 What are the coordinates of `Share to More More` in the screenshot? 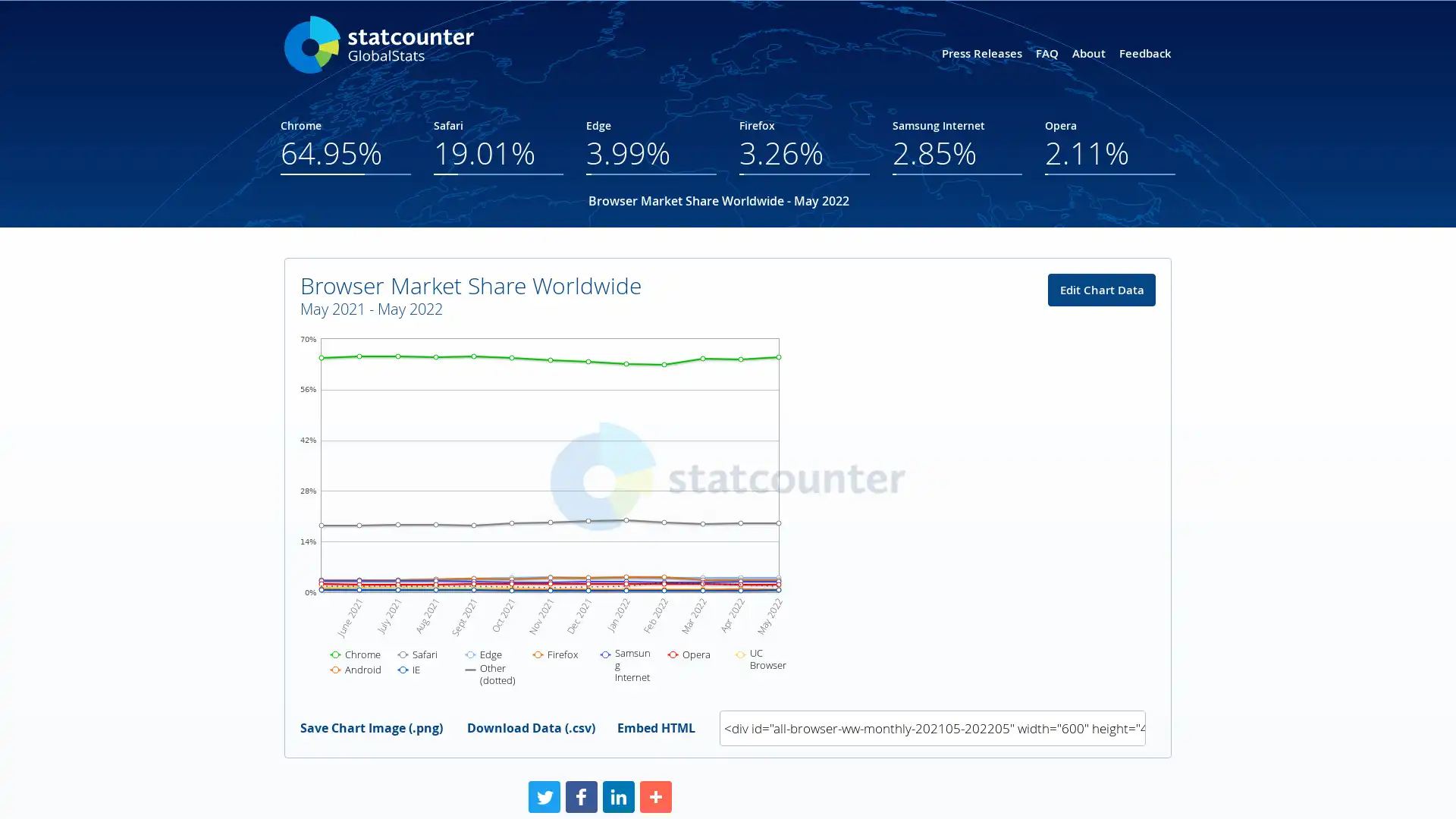 It's located at (814, 795).